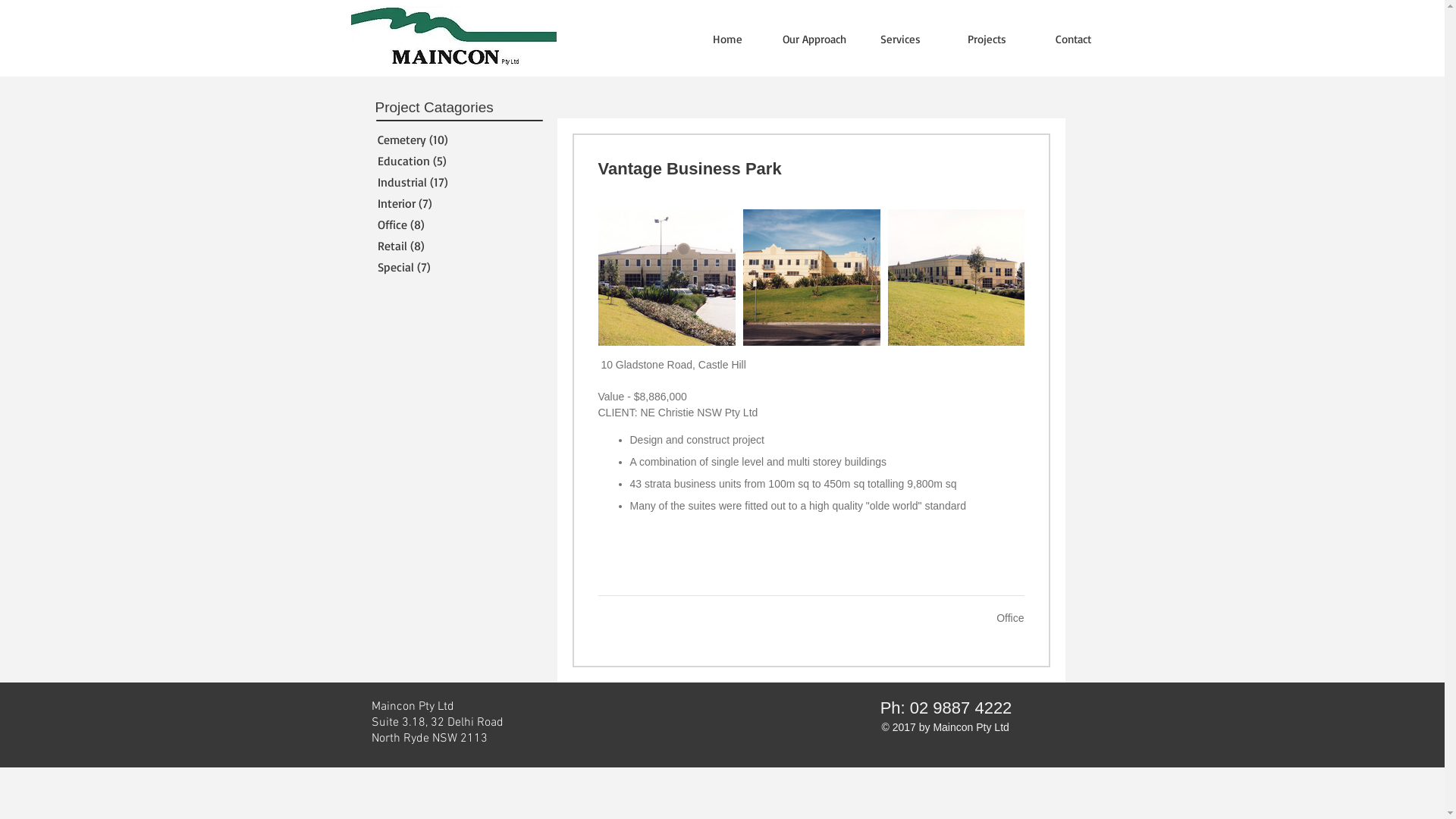 This screenshot has width=1456, height=819. I want to click on 'Interior (7)', so click(453, 202).